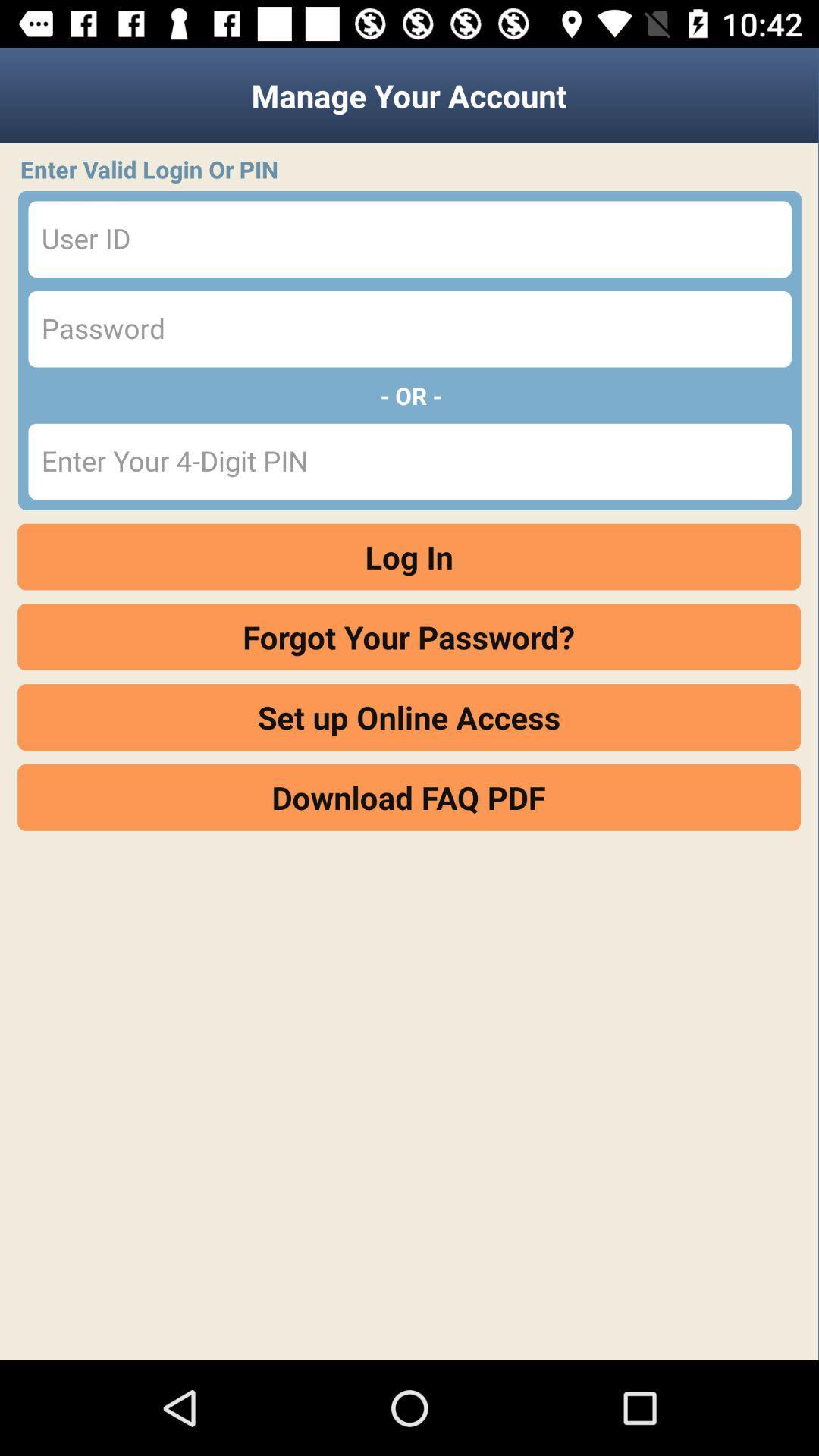 The image size is (819, 1456). What do you see at coordinates (414, 169) in the screenshot?
I see `item below the manage your account` at bounding box center [414, 169].